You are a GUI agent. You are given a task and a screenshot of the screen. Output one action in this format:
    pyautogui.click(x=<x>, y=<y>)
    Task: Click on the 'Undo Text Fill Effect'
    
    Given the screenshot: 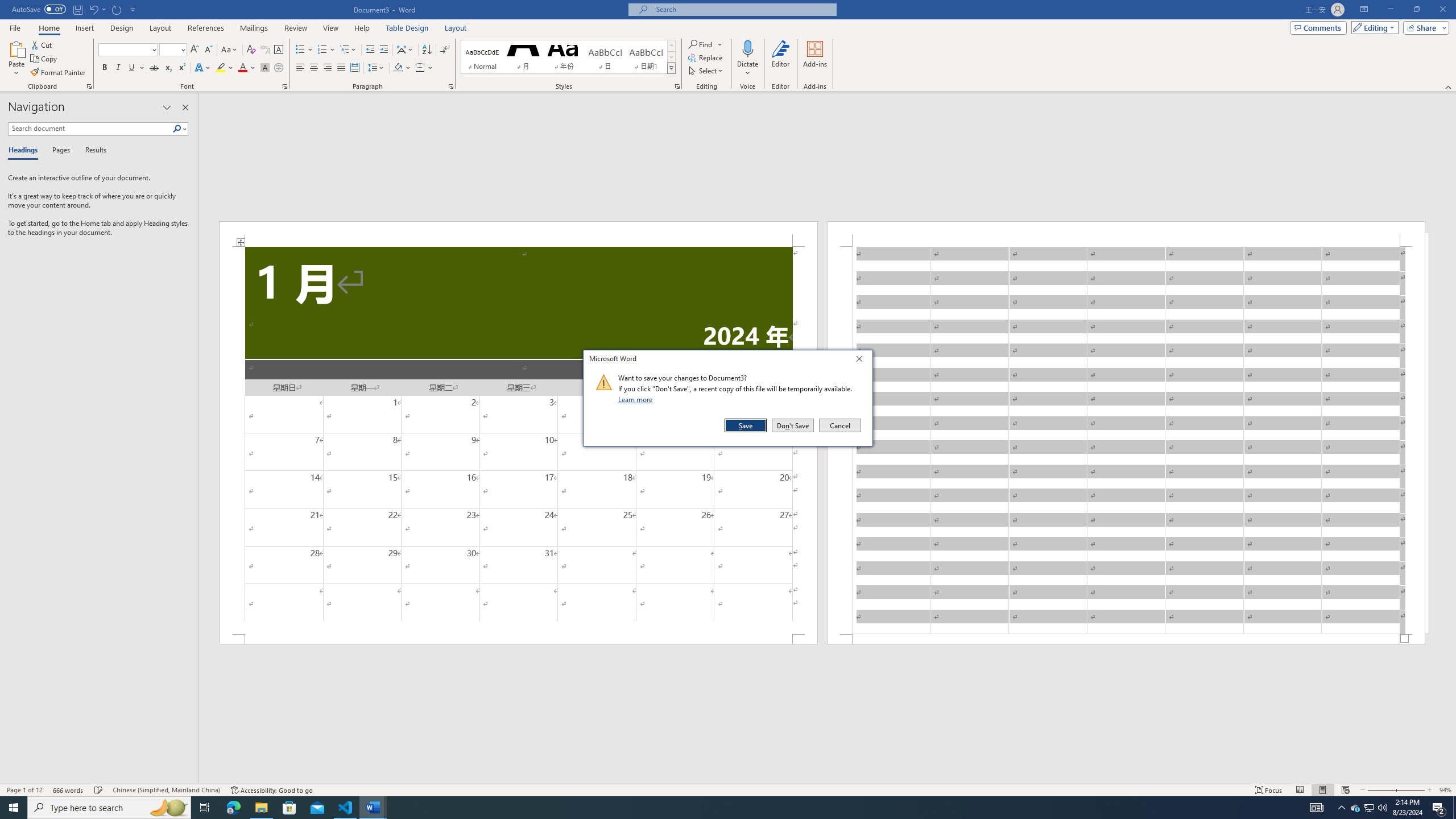 What is the action you would take?
    pyautogui.click(x=93, y=9)
    